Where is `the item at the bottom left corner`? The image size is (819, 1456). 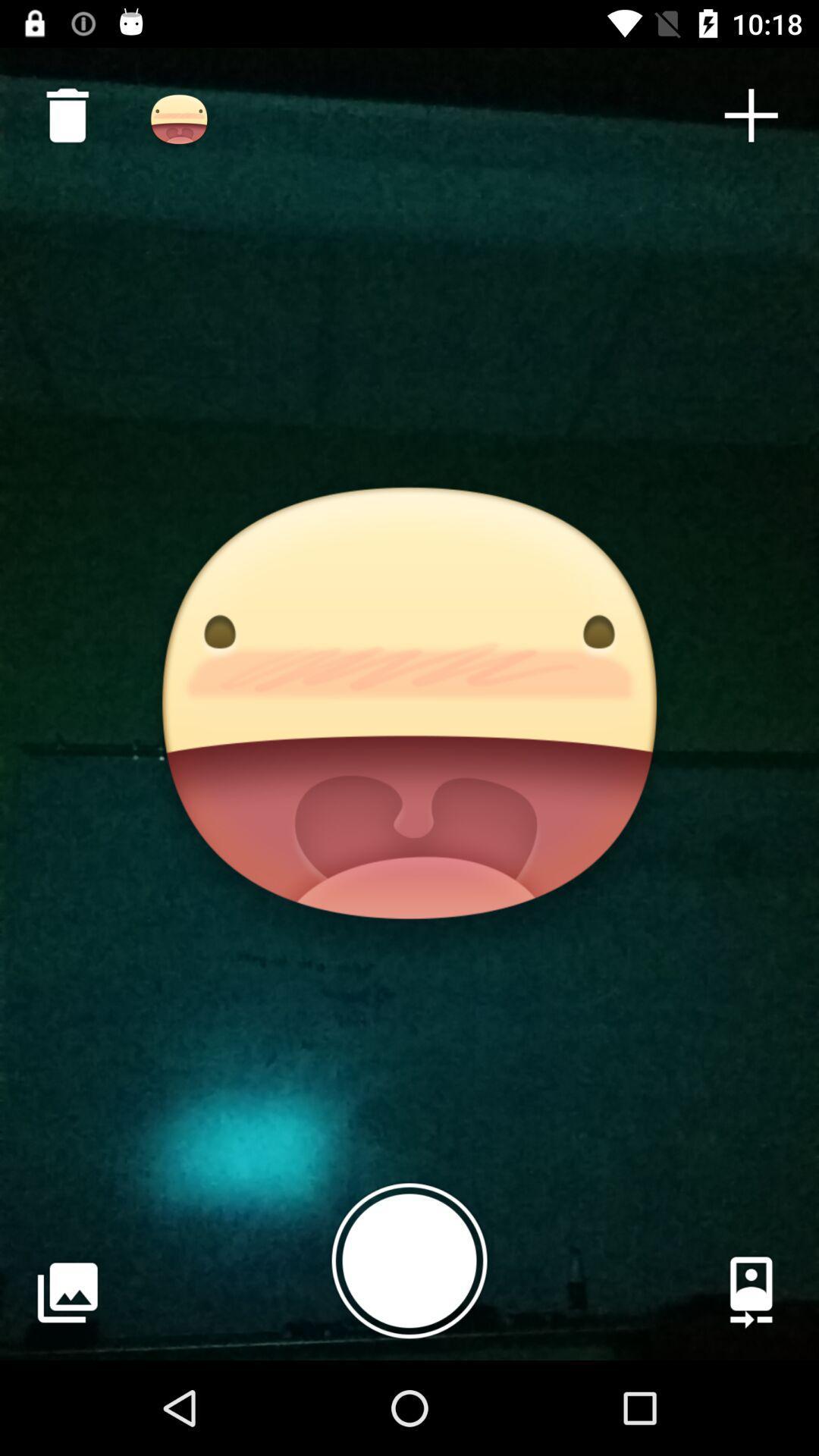 the item at the bottom left corner is located at coordinates (67, 1291).